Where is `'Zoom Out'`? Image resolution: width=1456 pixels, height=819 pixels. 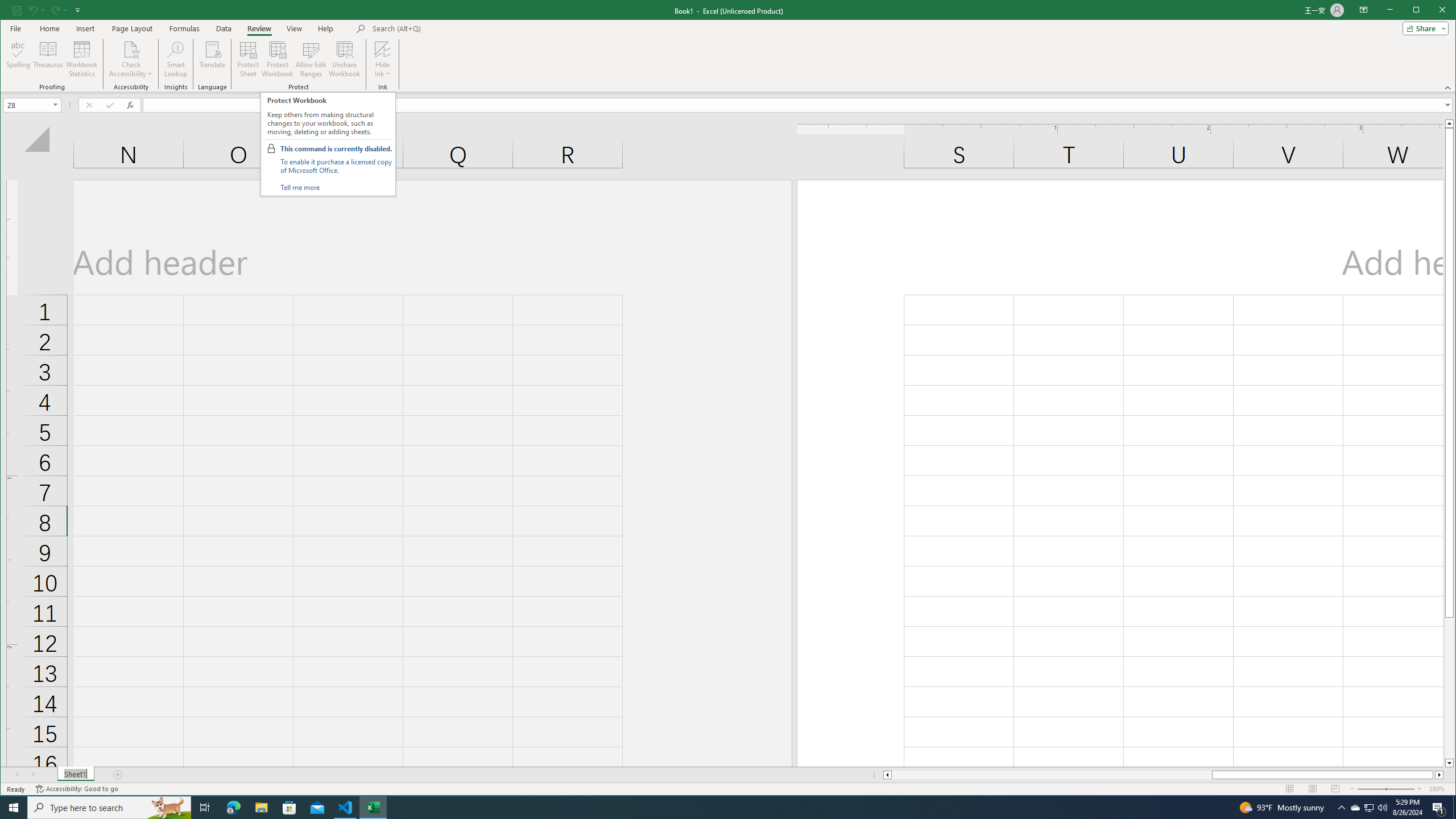
'Zoom Out' is located at coordinates (1379, 788).